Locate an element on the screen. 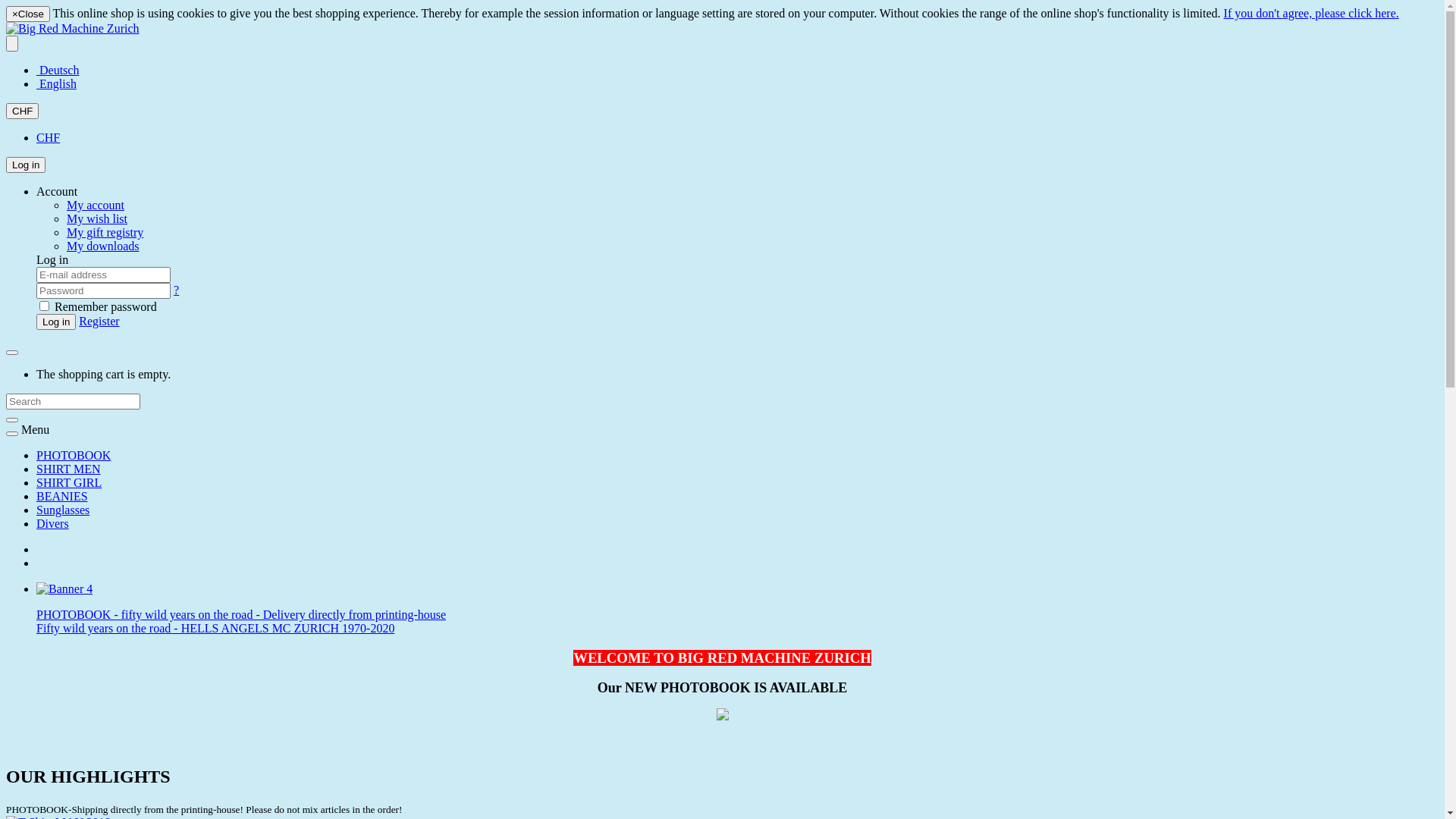 This screenshot has width=1456, height=819. 'Search' is located at coordinates (6, 420).